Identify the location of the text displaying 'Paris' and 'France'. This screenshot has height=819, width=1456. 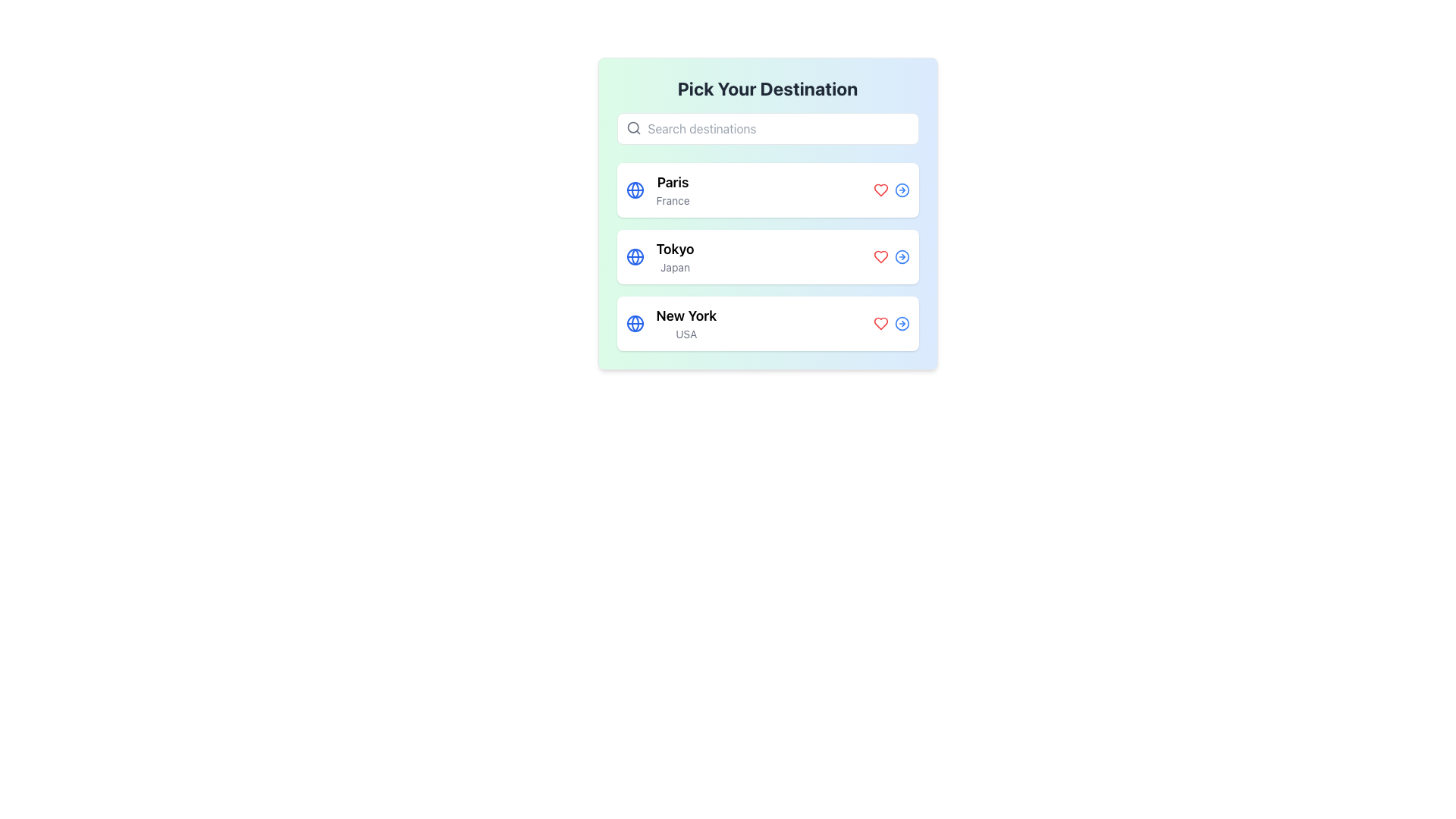
(672, 189).